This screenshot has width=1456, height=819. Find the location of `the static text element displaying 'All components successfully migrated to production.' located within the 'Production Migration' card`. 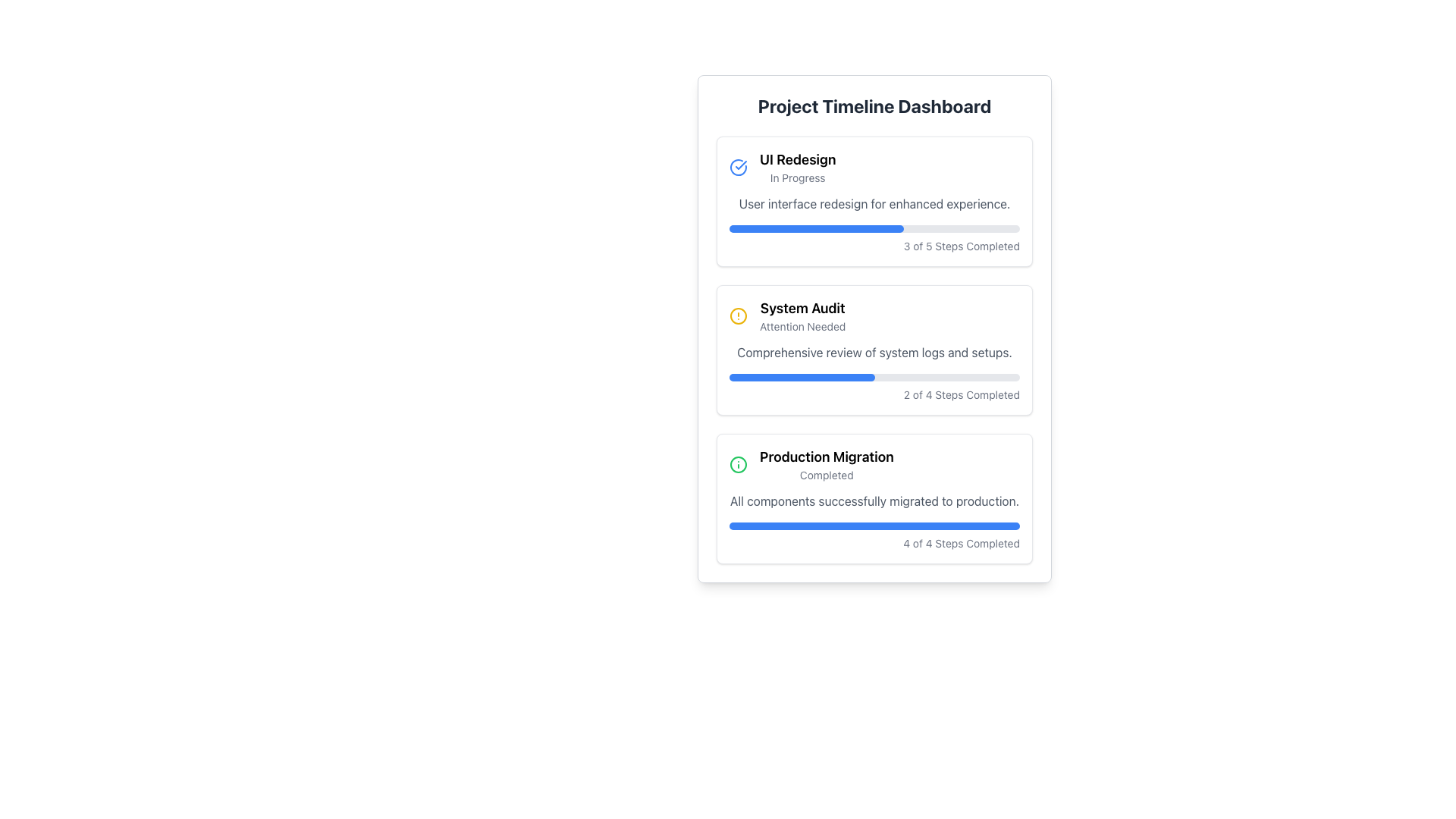

the static text element displaying 'All components successfully migrated to production.' located within the 'Production Migration' card is located at coordinates (874, 500).